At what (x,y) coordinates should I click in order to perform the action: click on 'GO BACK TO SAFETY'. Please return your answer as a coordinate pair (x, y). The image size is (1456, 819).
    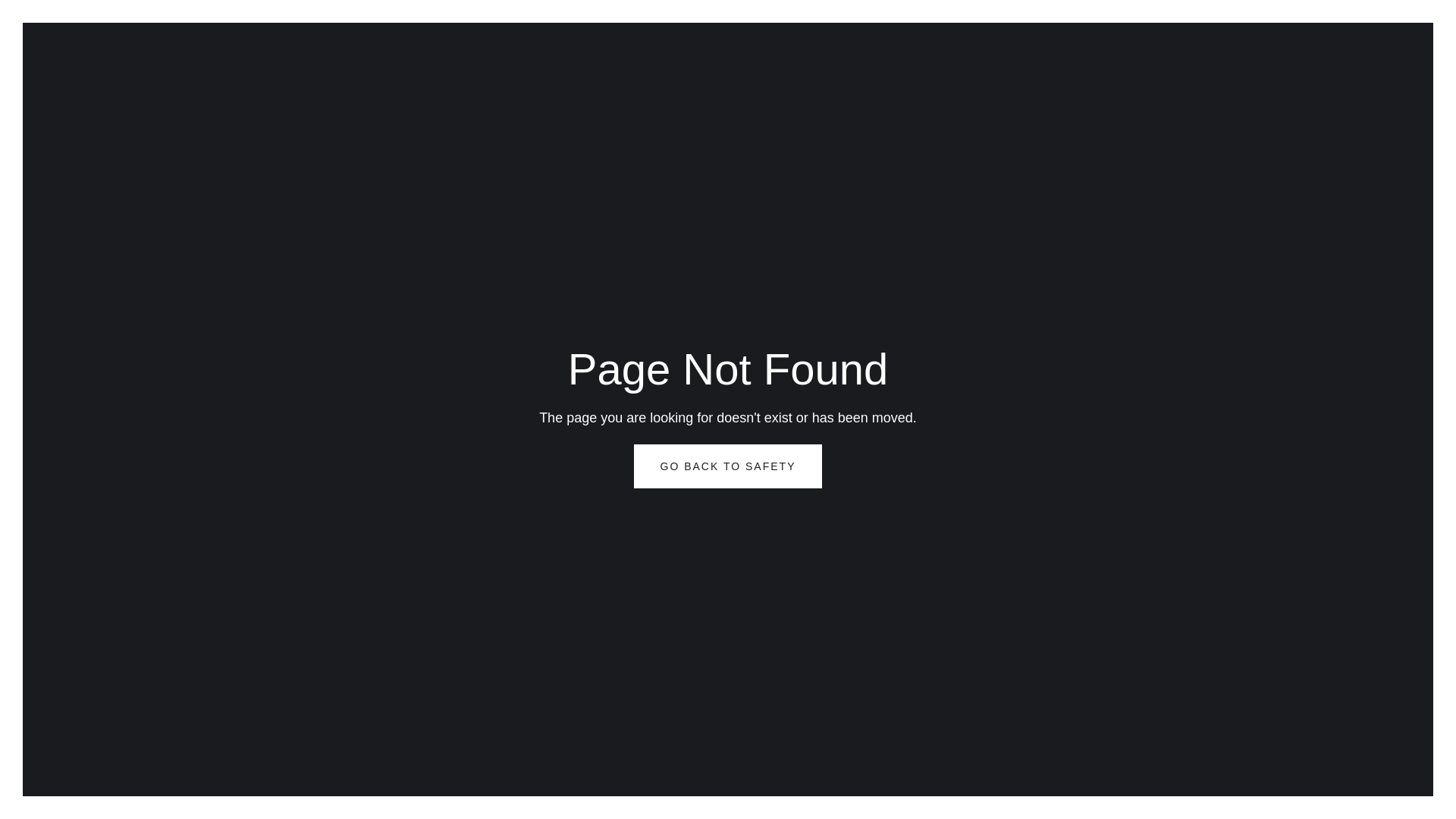
    Looking at the image, I should click on (728, 465).